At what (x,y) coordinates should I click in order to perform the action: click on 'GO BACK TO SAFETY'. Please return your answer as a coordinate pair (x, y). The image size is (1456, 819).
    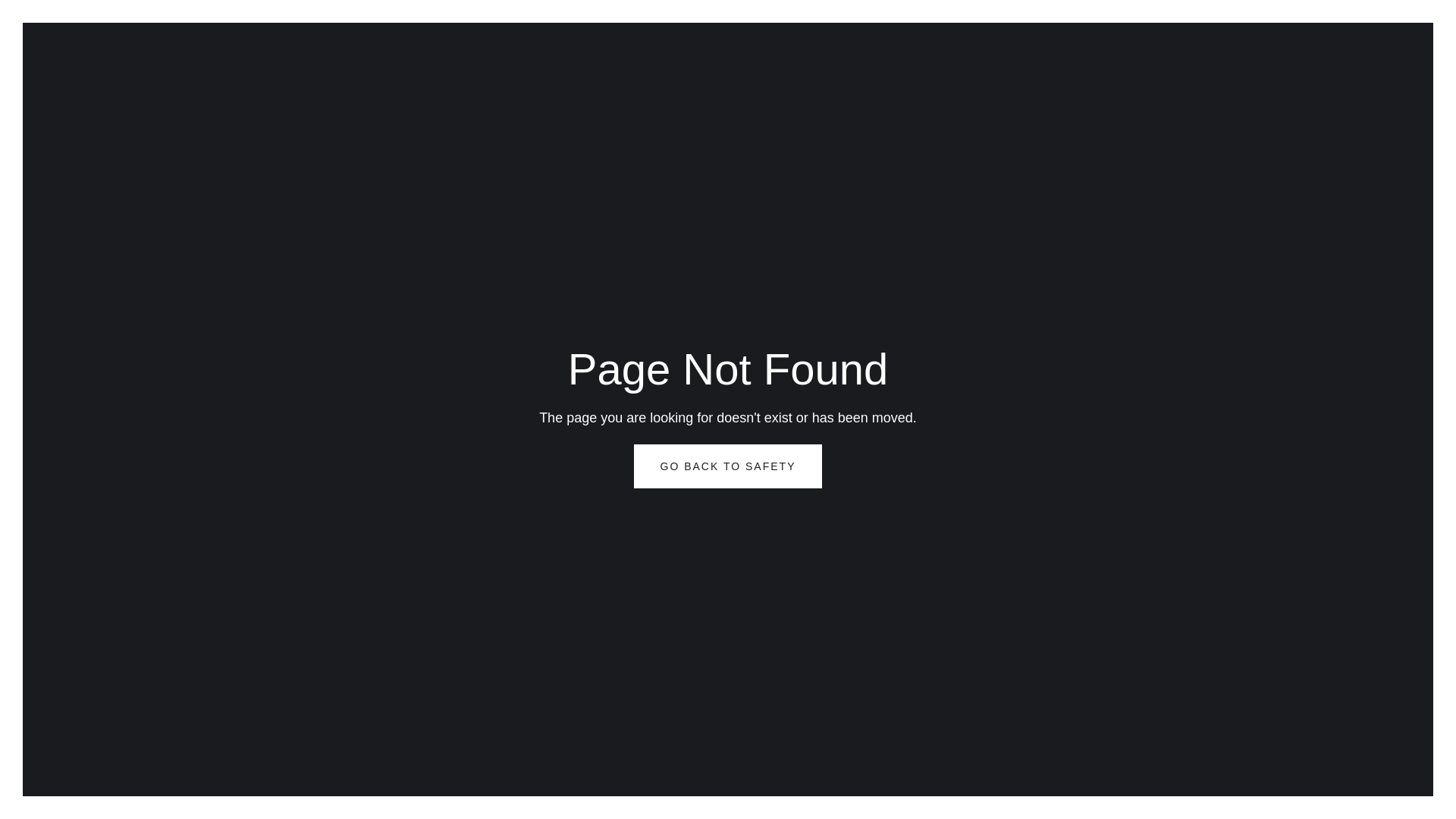
    Looking at the image, I should click on (728, 465).